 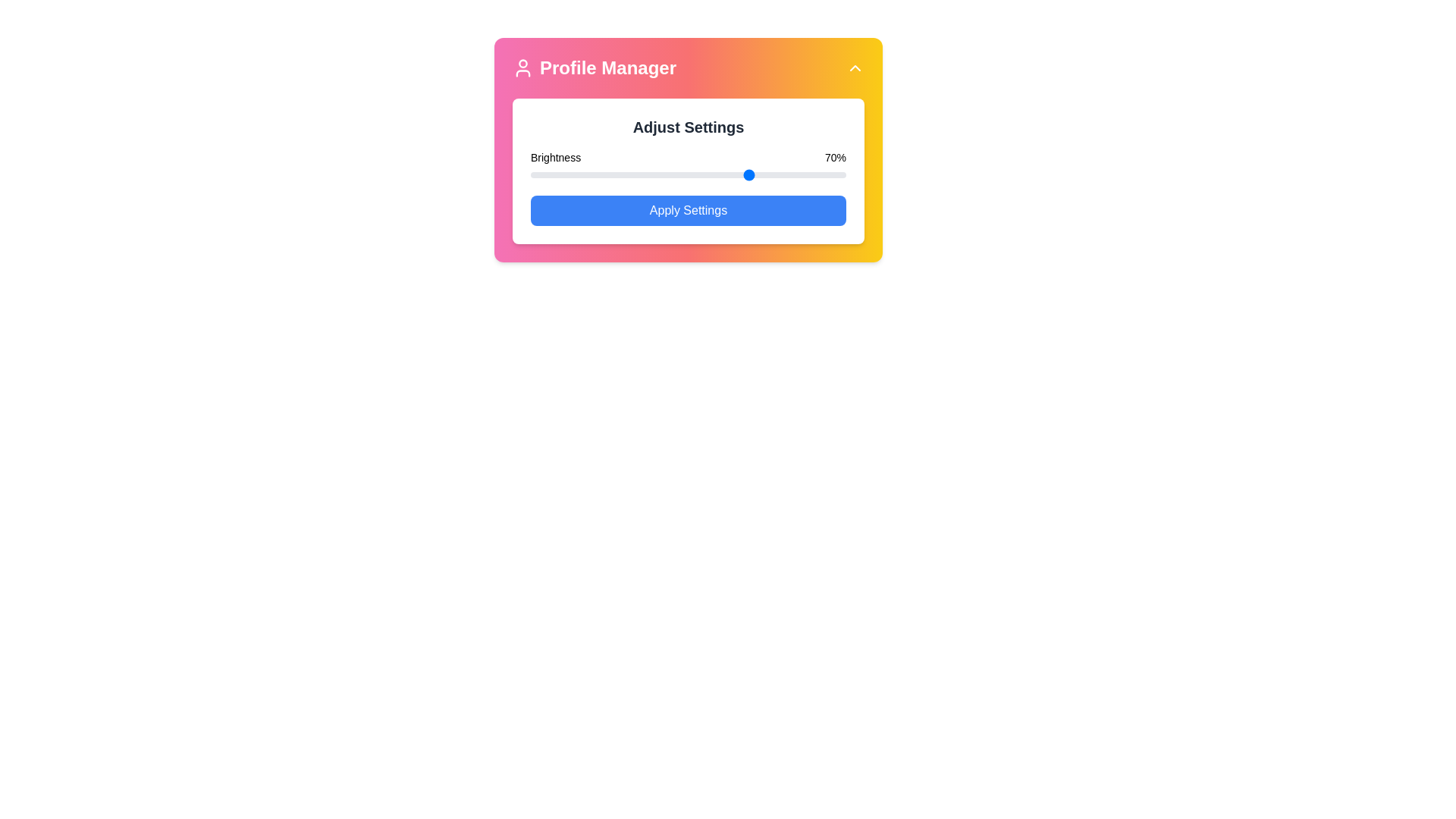 I want to click on information displayed on the Label indicating the current brightness level, which shows 'Brightness 70%' above the slider bar in the 'Adjust Settings' section, so click(x=687, y=158).